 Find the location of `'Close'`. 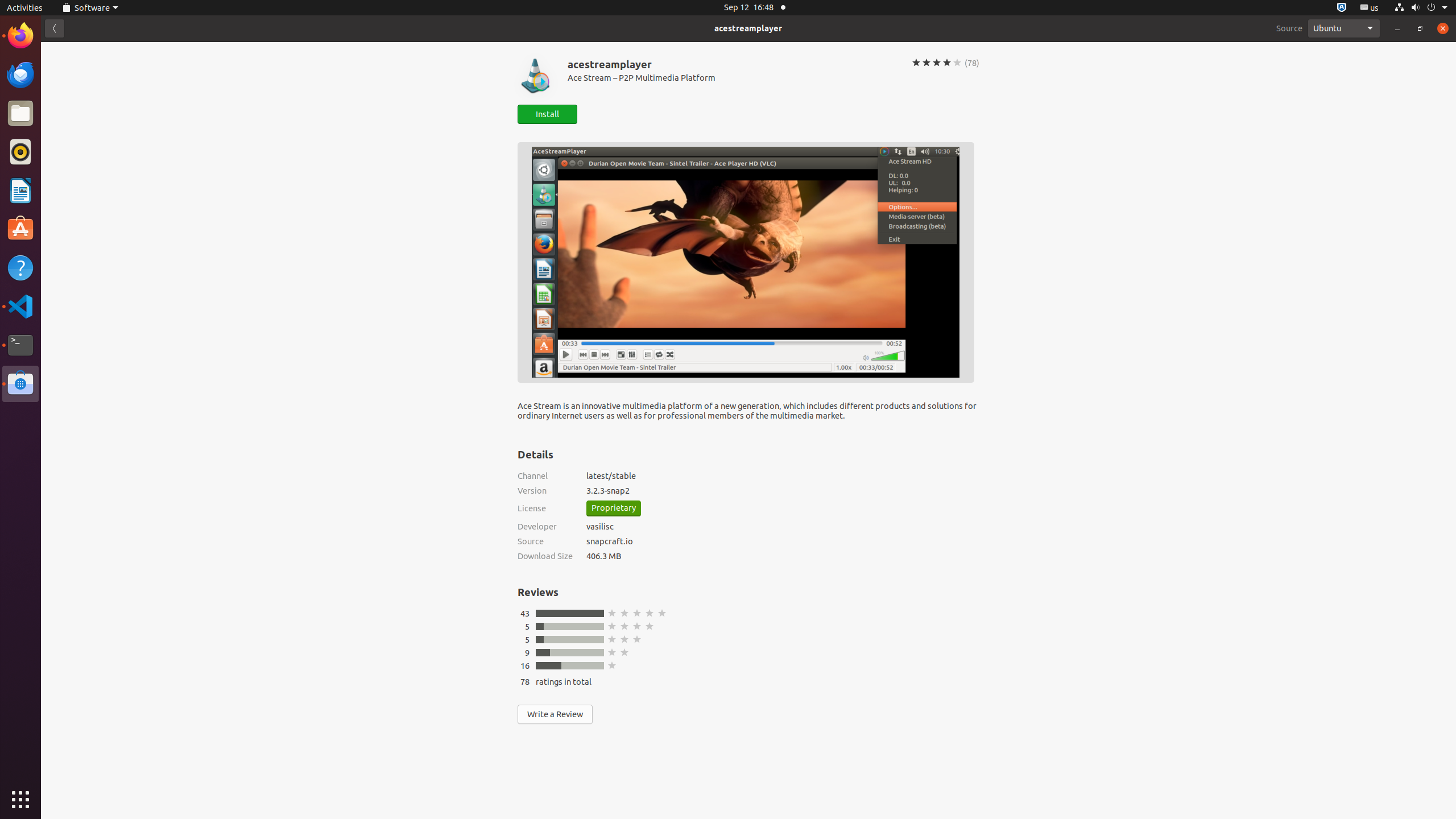

'Close' is located at coordinates (1442, 28).